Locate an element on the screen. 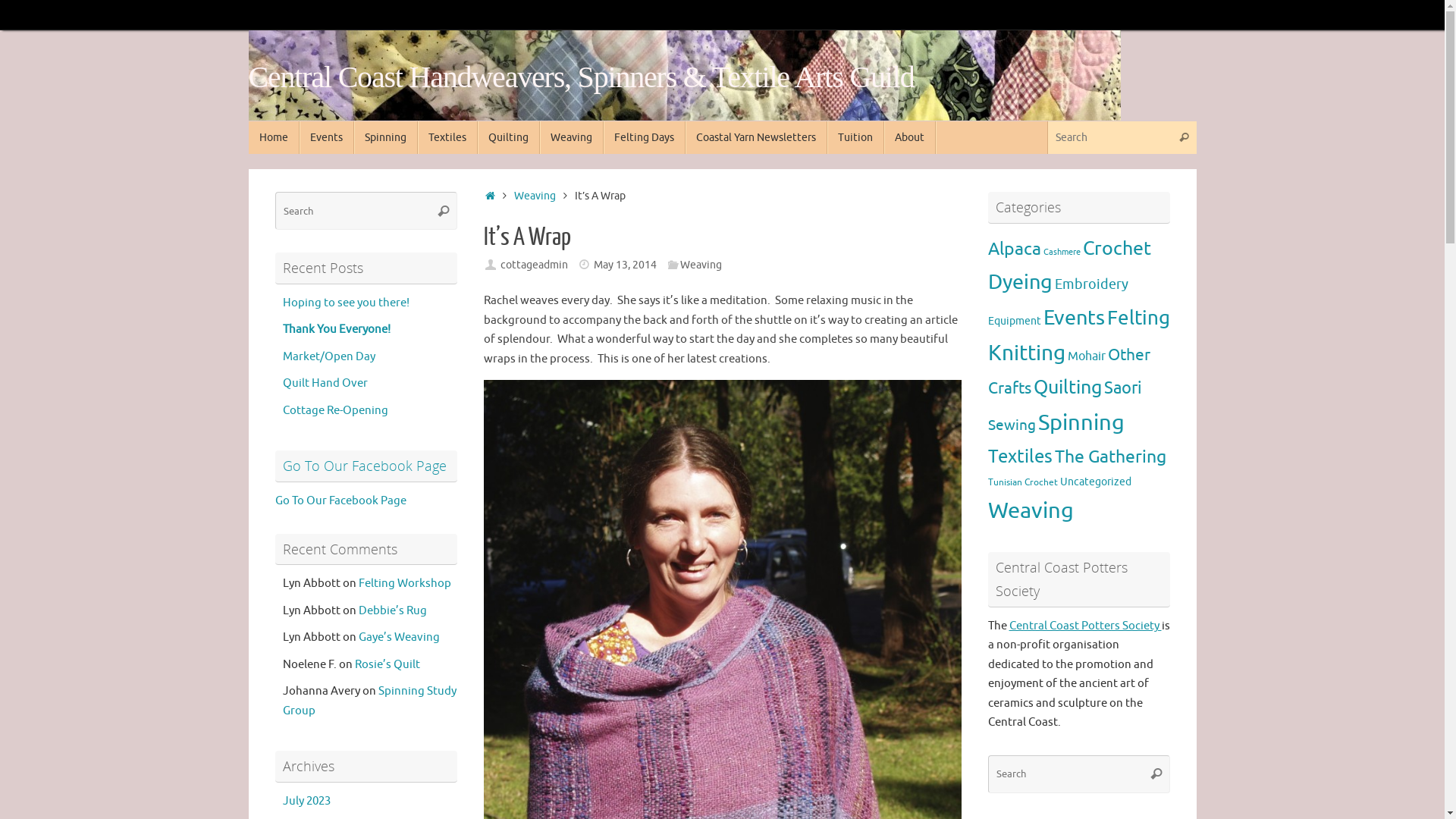 The width and height of the screenshot is (1456, 819). 'Crochet' is located at coordinates (1117, 247).